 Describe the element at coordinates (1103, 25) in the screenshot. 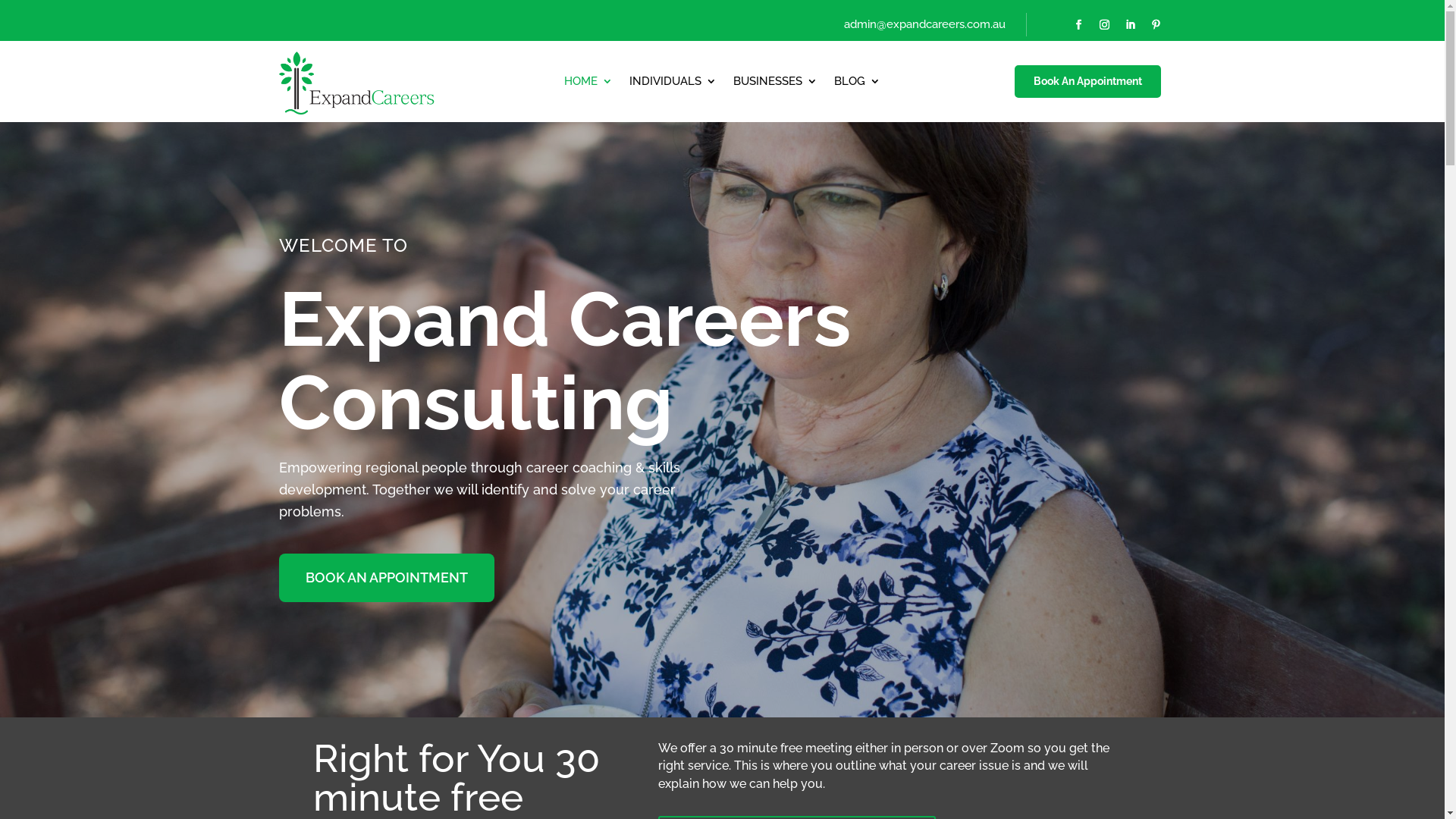

I see `'Follow on Instagram'` at that location.